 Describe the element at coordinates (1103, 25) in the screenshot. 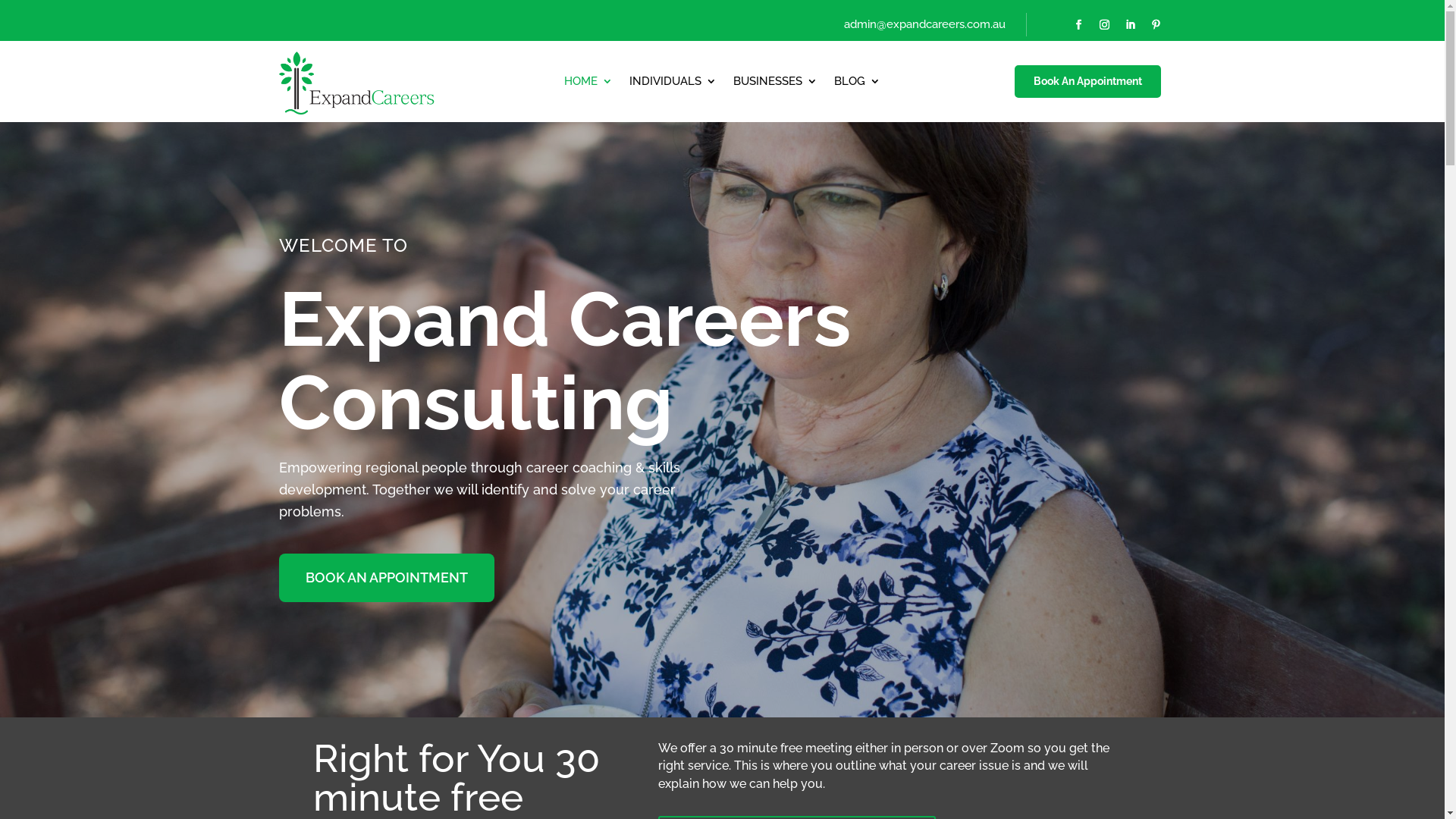

I see `'Follow on Instagram'` at that location.